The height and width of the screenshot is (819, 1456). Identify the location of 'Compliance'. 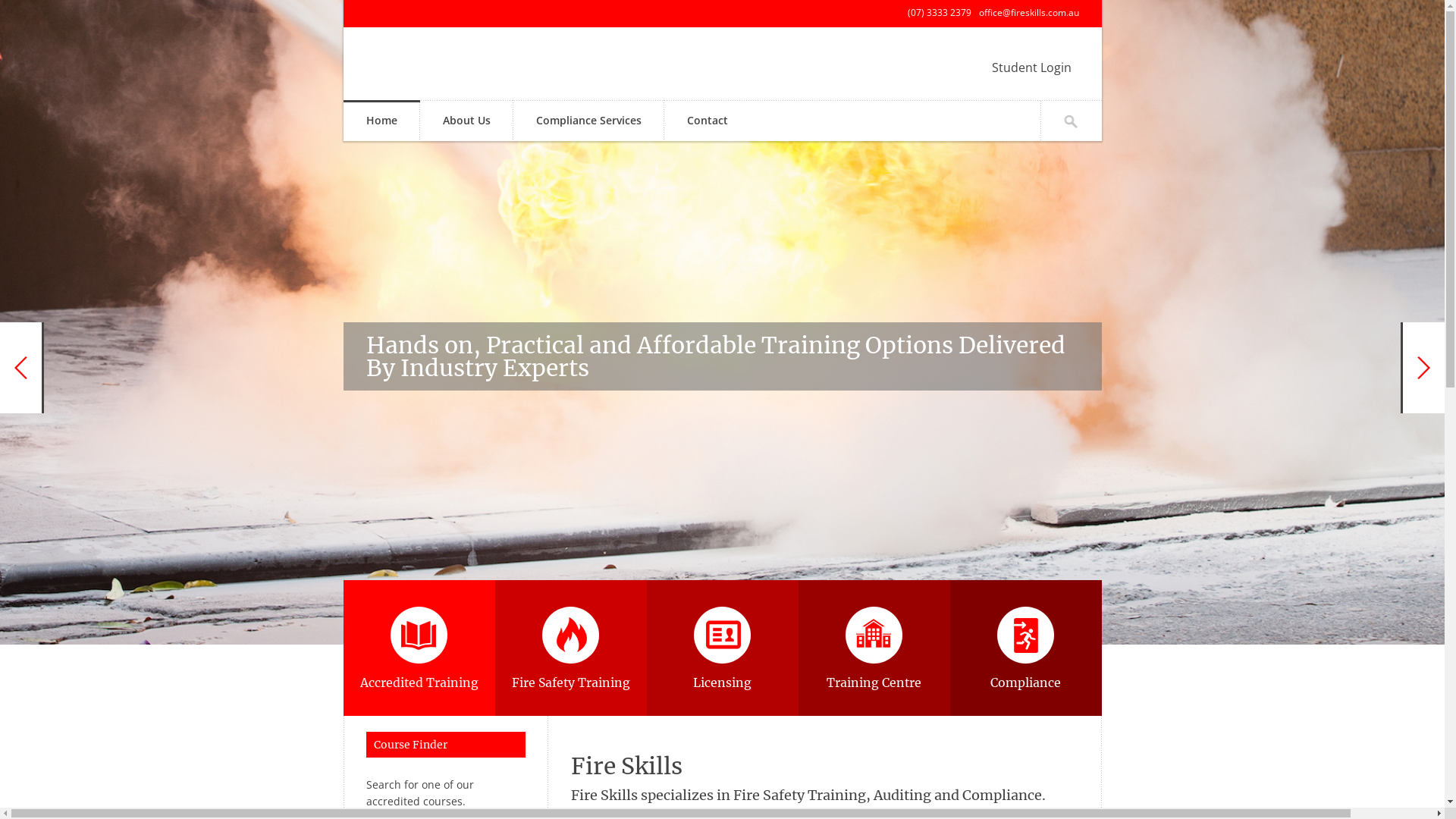
(1025, 648).